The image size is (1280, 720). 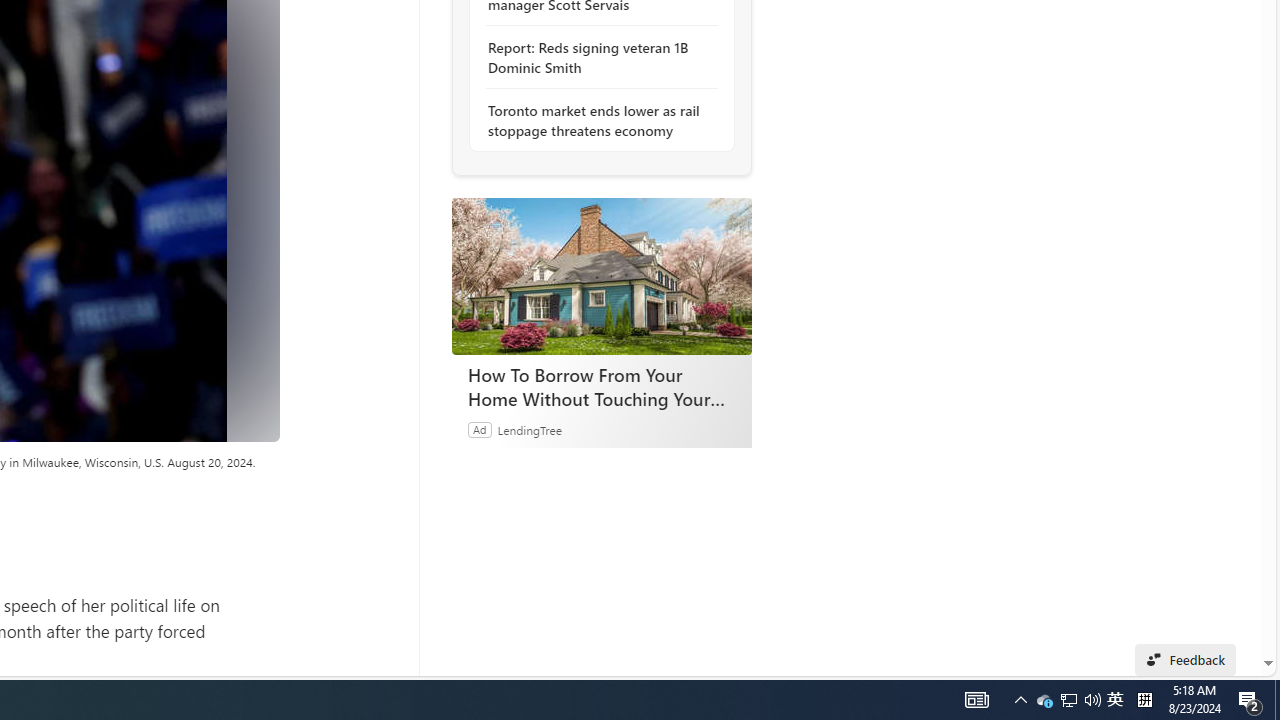 What do you see at coordinates (1068, 698) in the screenshot?
I see `'User Promoted Notification Area'` at bounding box center [1068, 698].